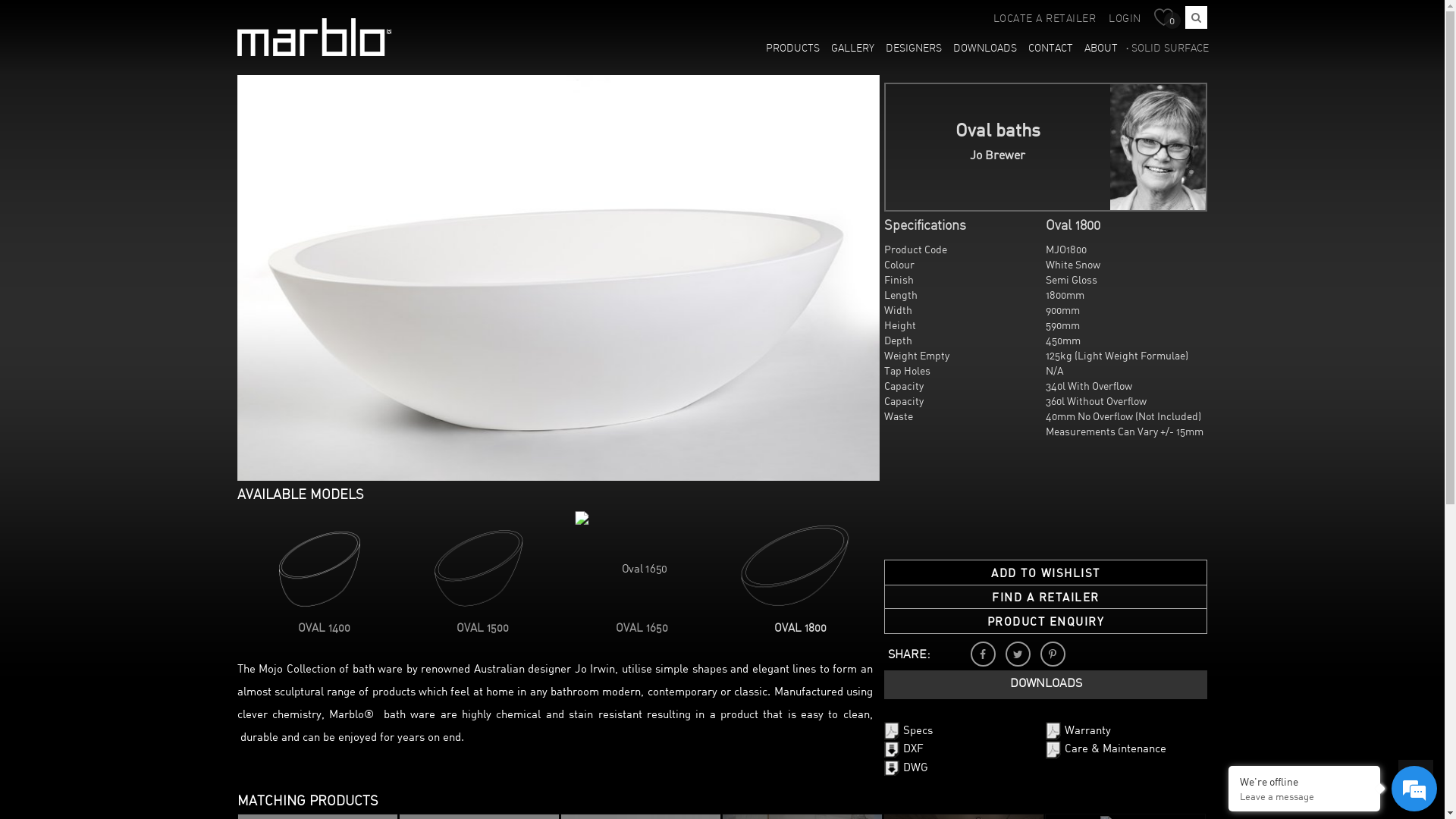 This screenshot has height=819, width=1456. I want to click on 'Specs', so click(908, 730).